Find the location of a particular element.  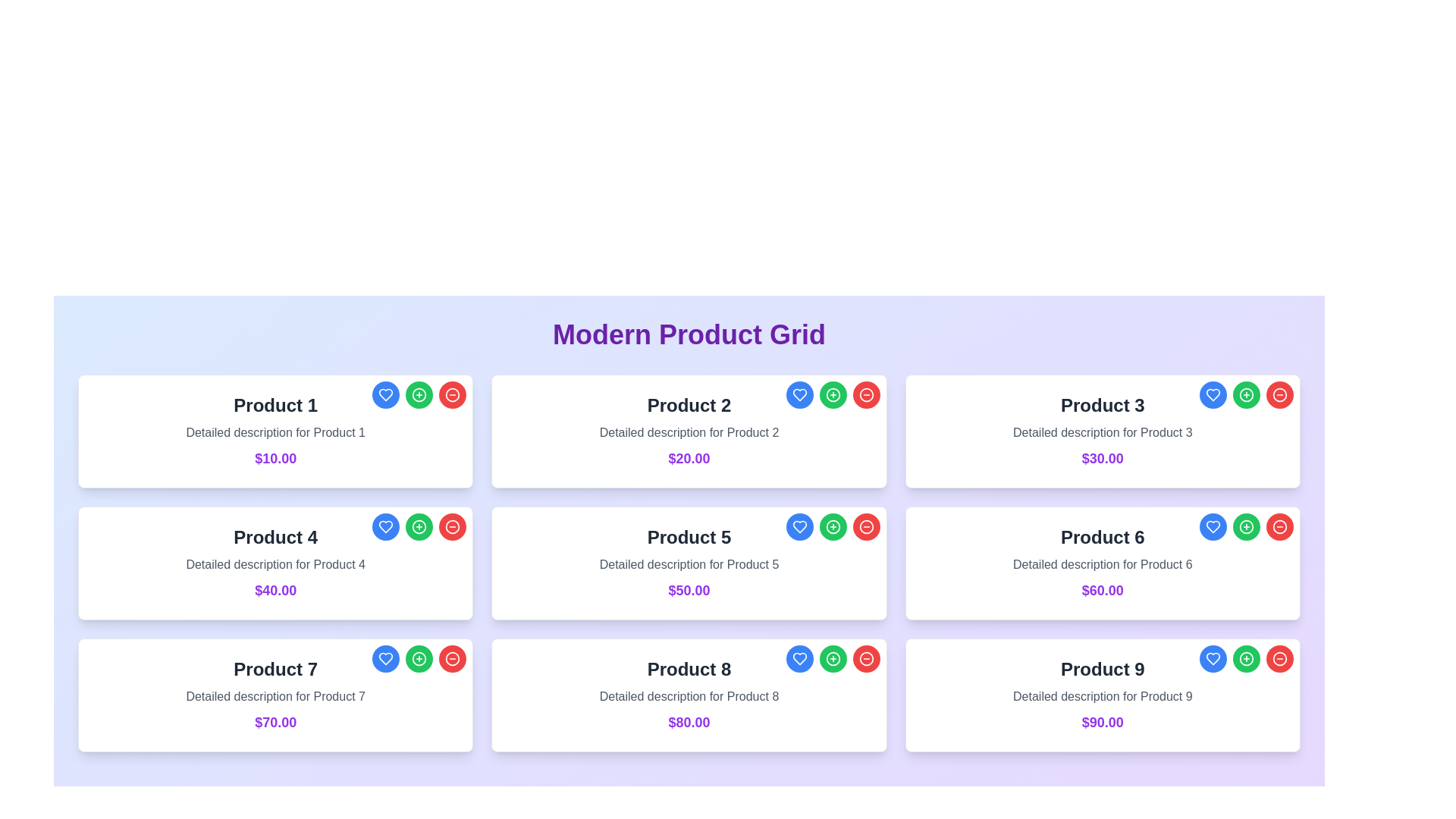

the static text label displaying 'Product 8' which is bold and located in the lower-left portion of the grid layout, specifically on the third row and second column is located at coordinates (688, 669).